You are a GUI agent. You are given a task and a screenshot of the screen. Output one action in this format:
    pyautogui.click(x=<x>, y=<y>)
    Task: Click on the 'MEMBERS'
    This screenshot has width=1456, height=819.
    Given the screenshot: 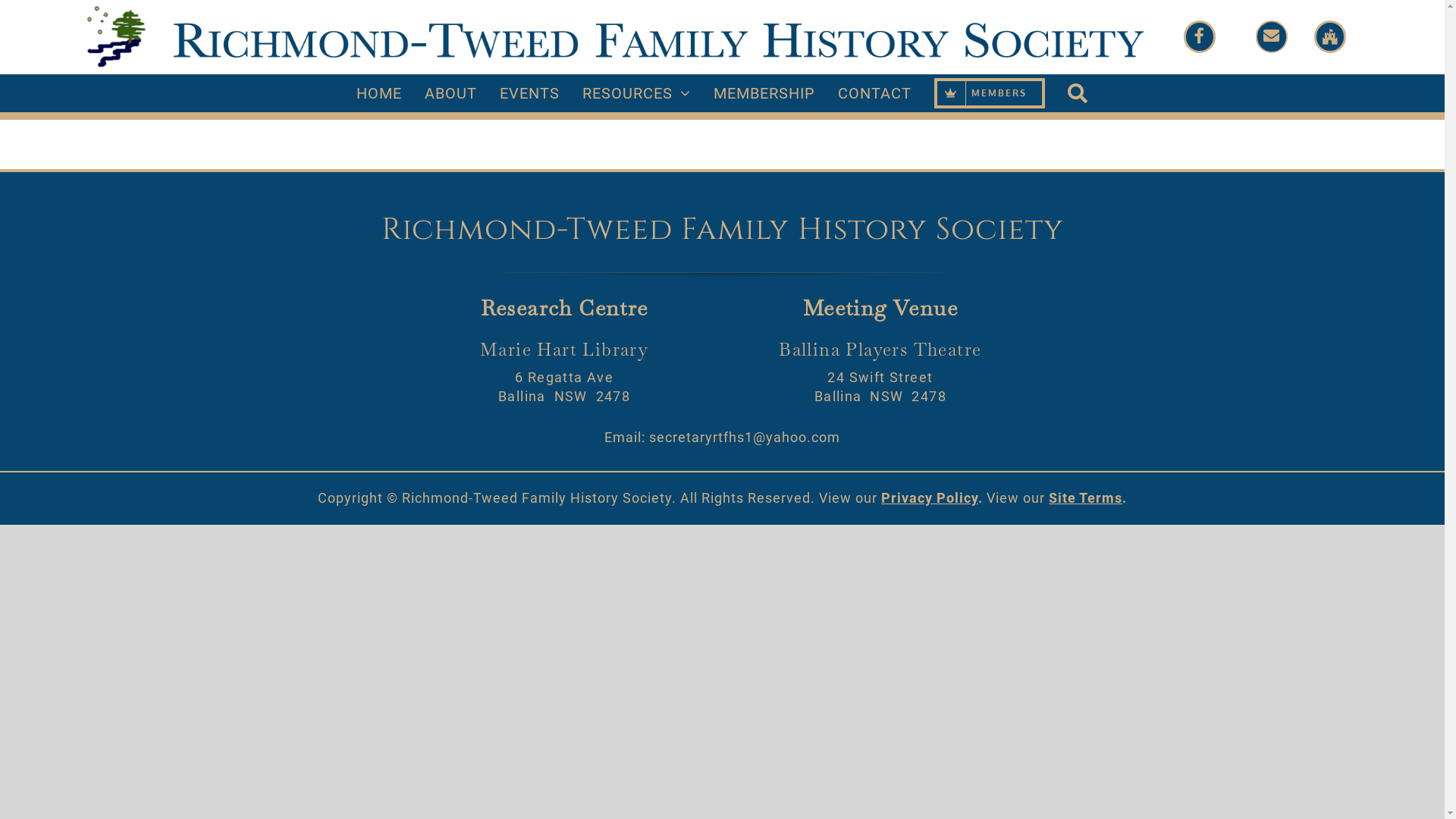 What is the action you would take?
    pyautogui.click(x=990, y=93)
    